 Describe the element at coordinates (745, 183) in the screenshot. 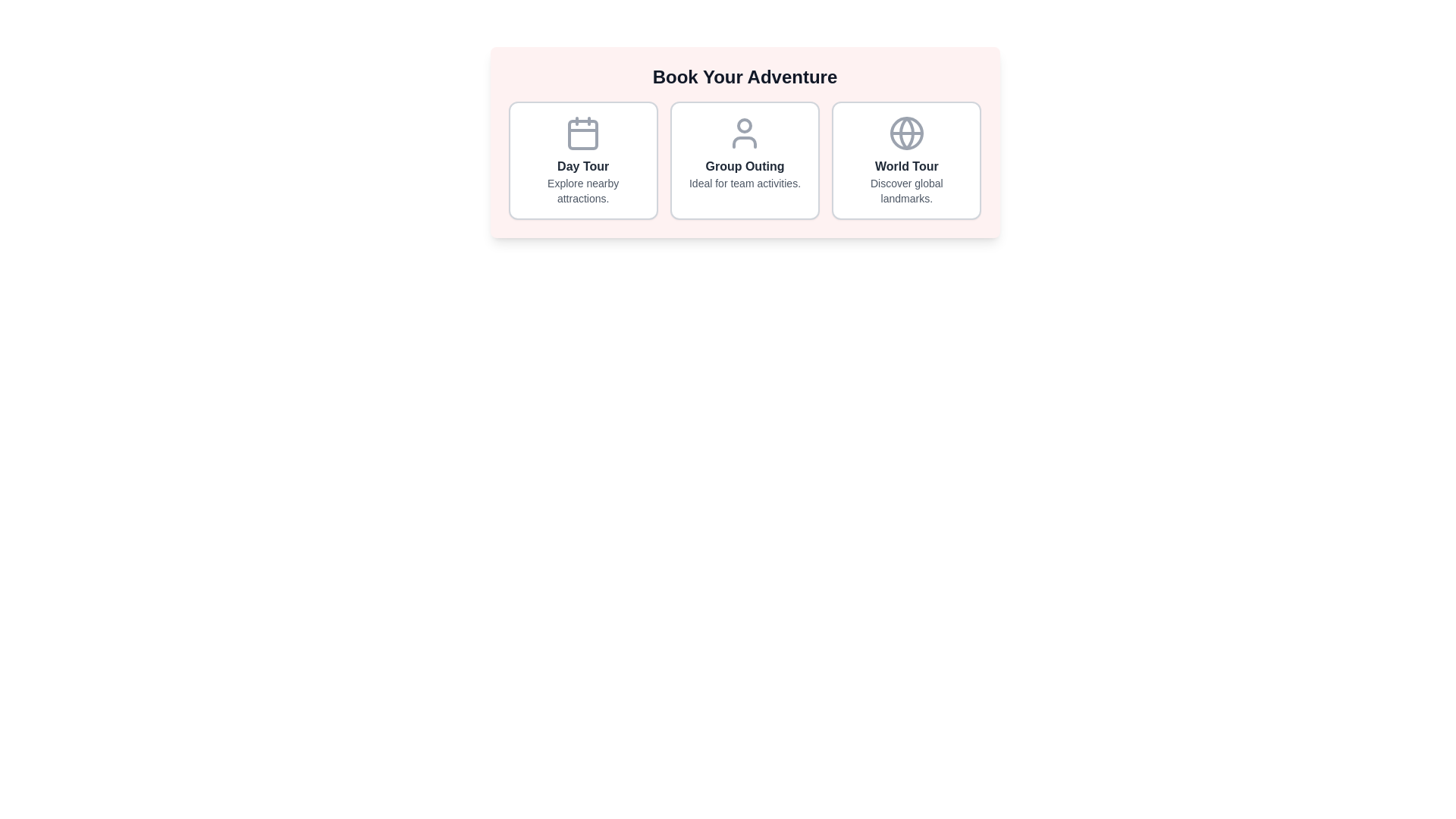

I see `the text label that provides additional descriptive information about the 'Group Outing' option, located beneath the title 'Group Outing' in the middle column` at that location.